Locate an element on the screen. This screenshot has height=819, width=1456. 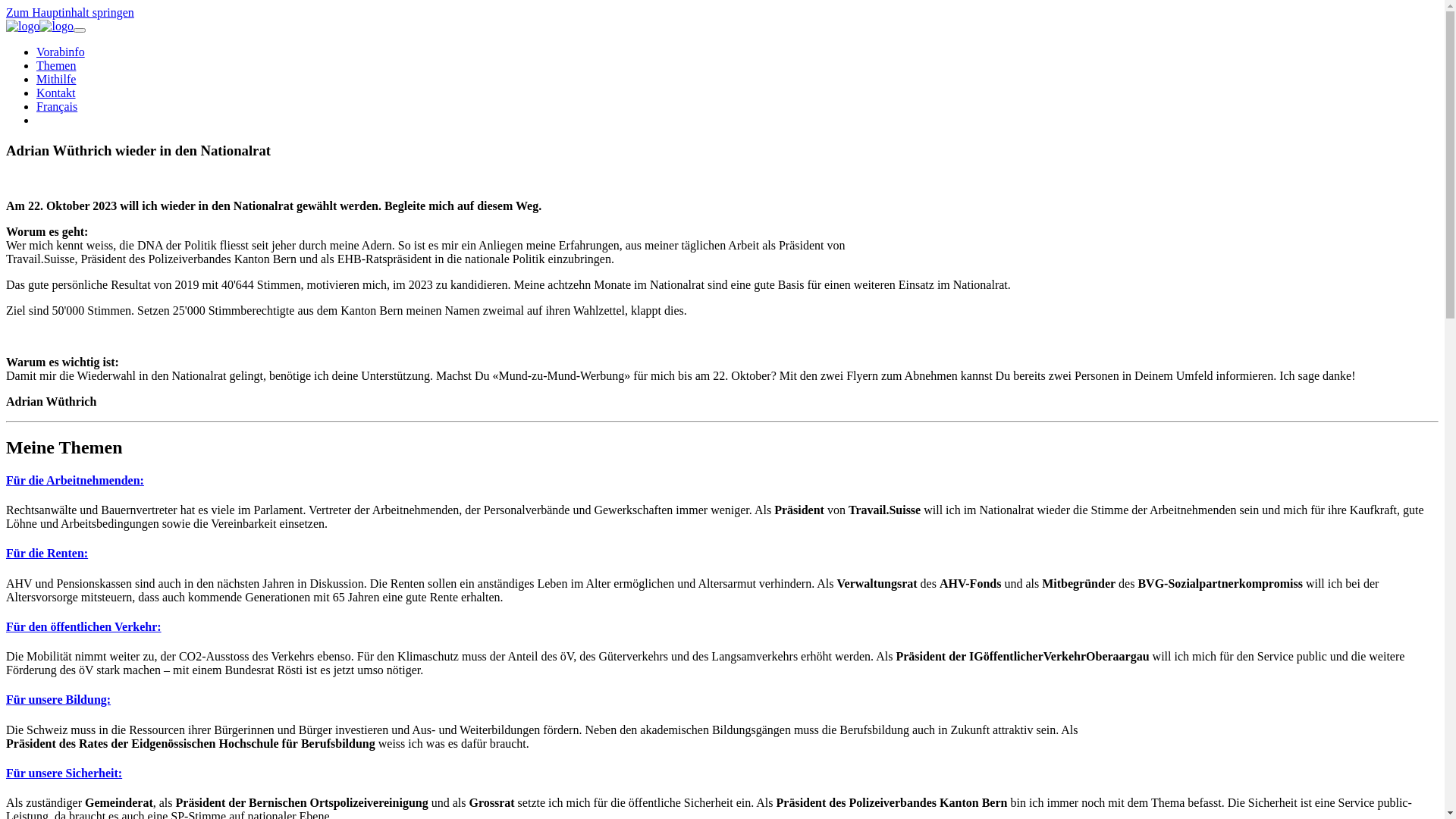
'Zum Hauptinhalt springen' is located at coordinates (69, 12).